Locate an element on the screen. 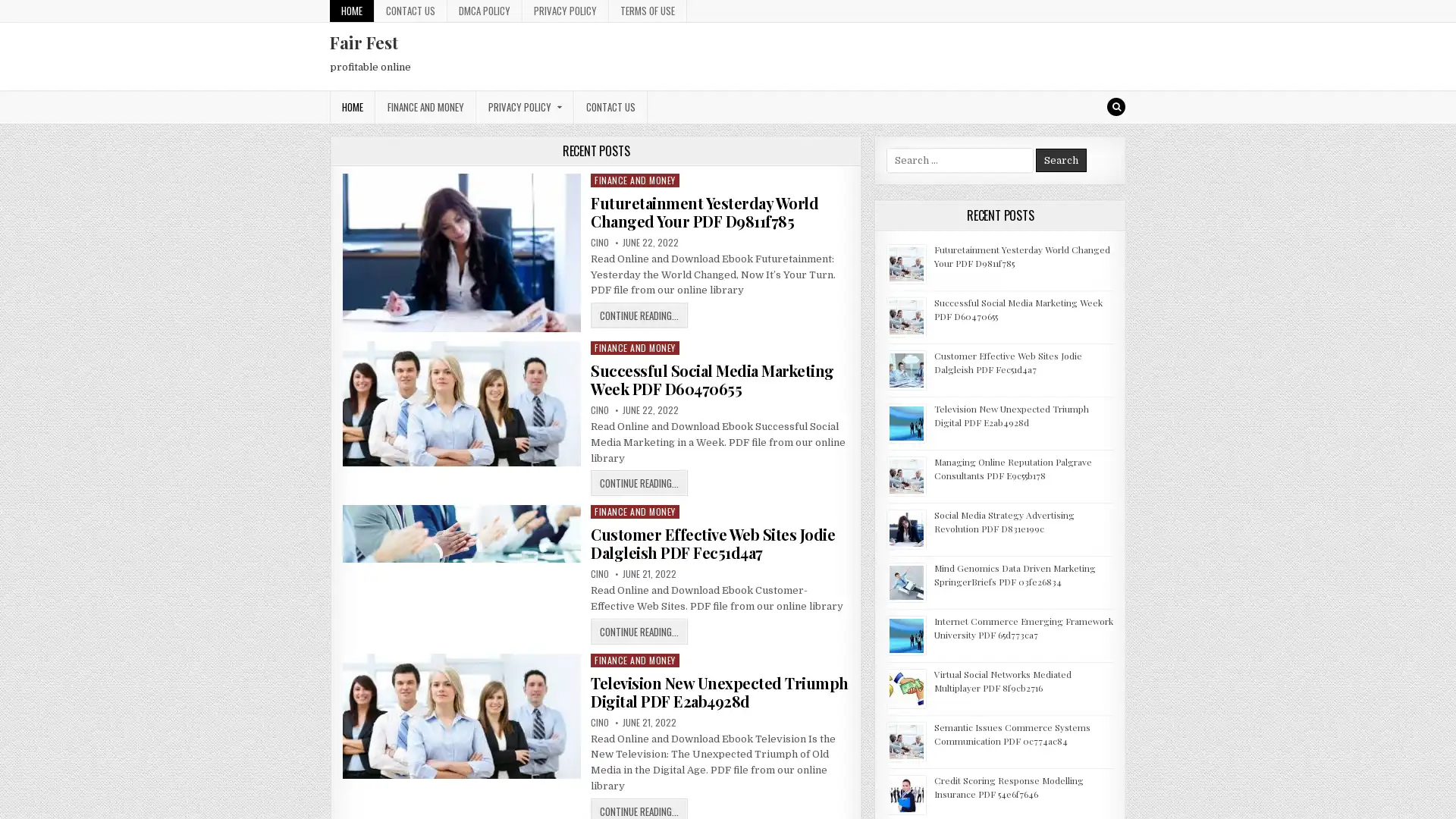 Image resolution: width=1456 pixels, height=819 pixels. Search is located at coordinates (1060, 160).